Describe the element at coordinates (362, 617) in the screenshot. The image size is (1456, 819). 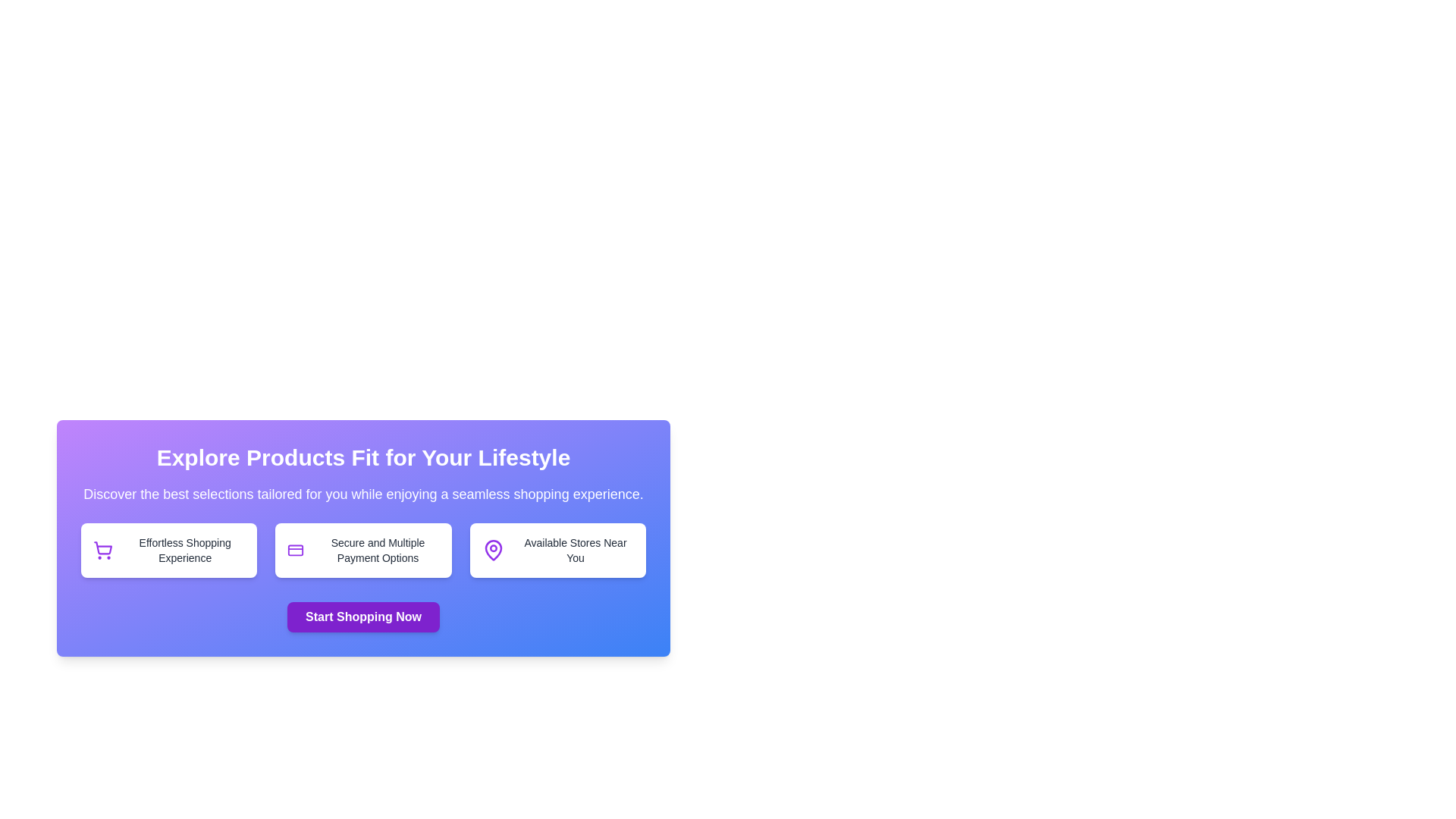
I see `the 'Start Shopping Now' button with a vibrant purple background to observe its hover effects` at that location.